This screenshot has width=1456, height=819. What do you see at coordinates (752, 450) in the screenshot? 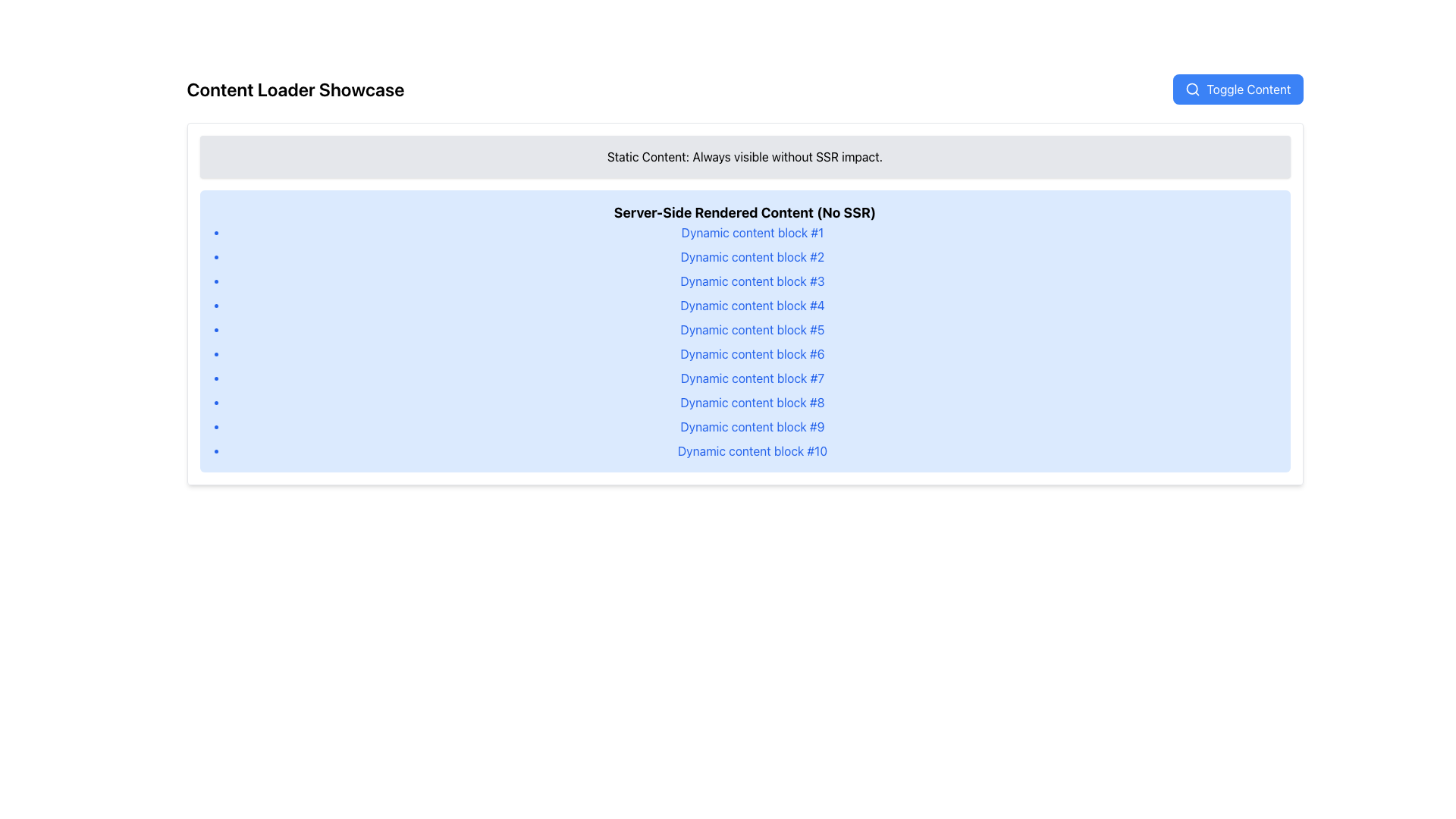
I see `the last text label in the dynamic content showcase, which is labeled as 'Dynamic content block #10'` at bounding box center [752, 450].